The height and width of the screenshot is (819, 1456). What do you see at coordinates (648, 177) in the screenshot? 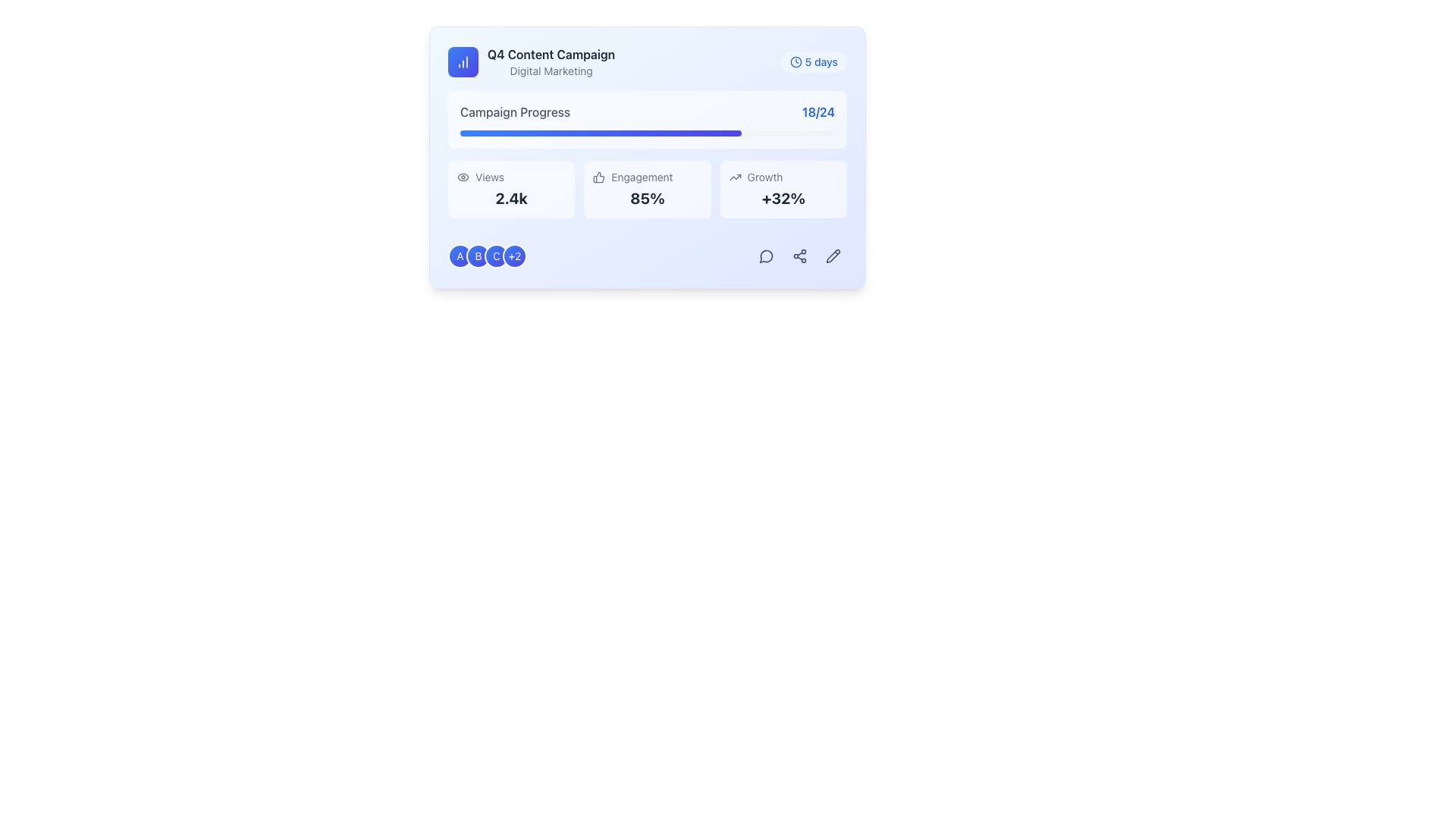
I see `the 'Engagement' label, which is a light gray textual label located above the numeric representation '85%' in the campaign statistics section` at bounding box center [648, 177].